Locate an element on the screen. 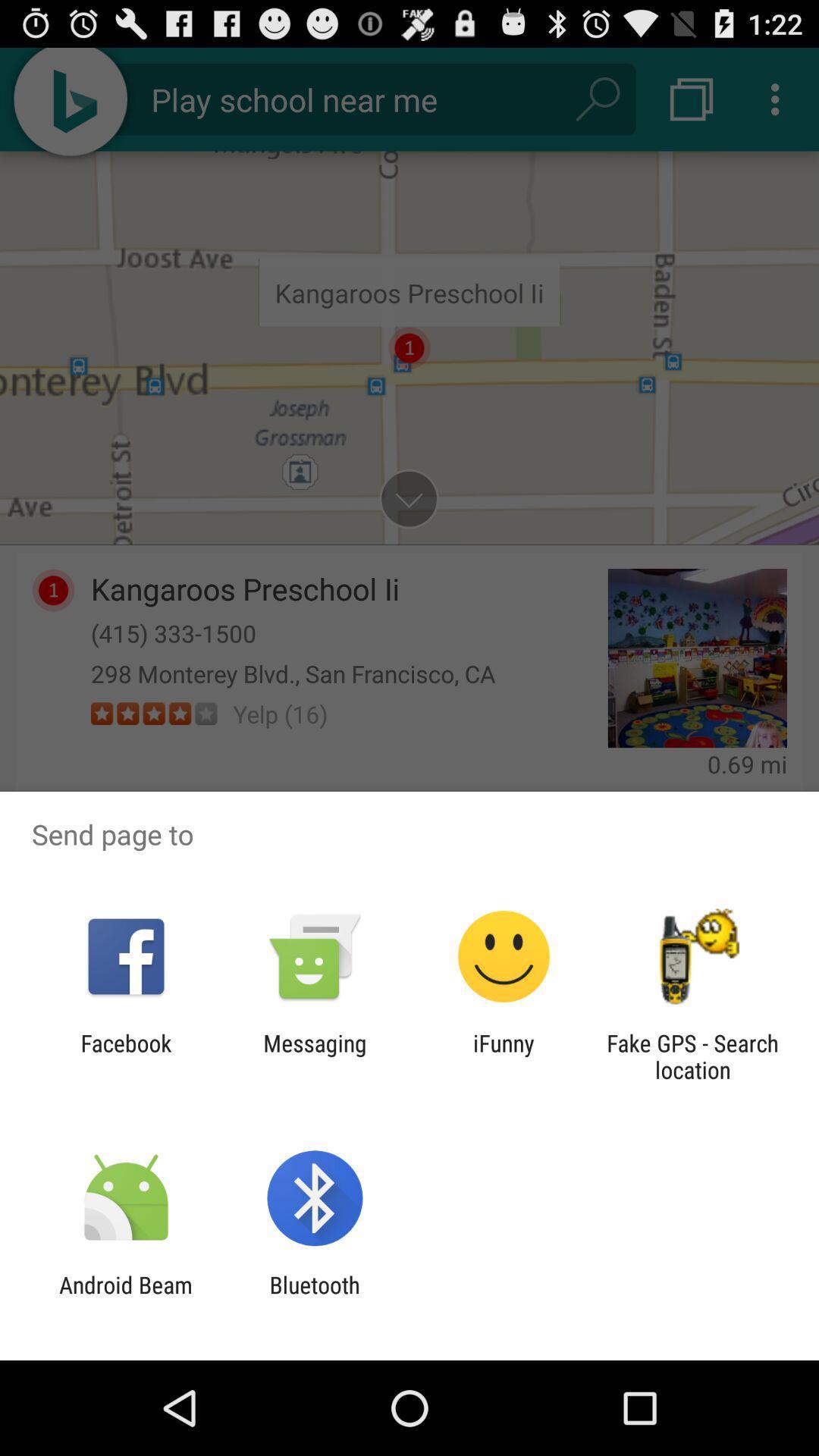 The width and height of the screenshot is (819, 1456). ifunny item is located at coordinates (504, 1056).